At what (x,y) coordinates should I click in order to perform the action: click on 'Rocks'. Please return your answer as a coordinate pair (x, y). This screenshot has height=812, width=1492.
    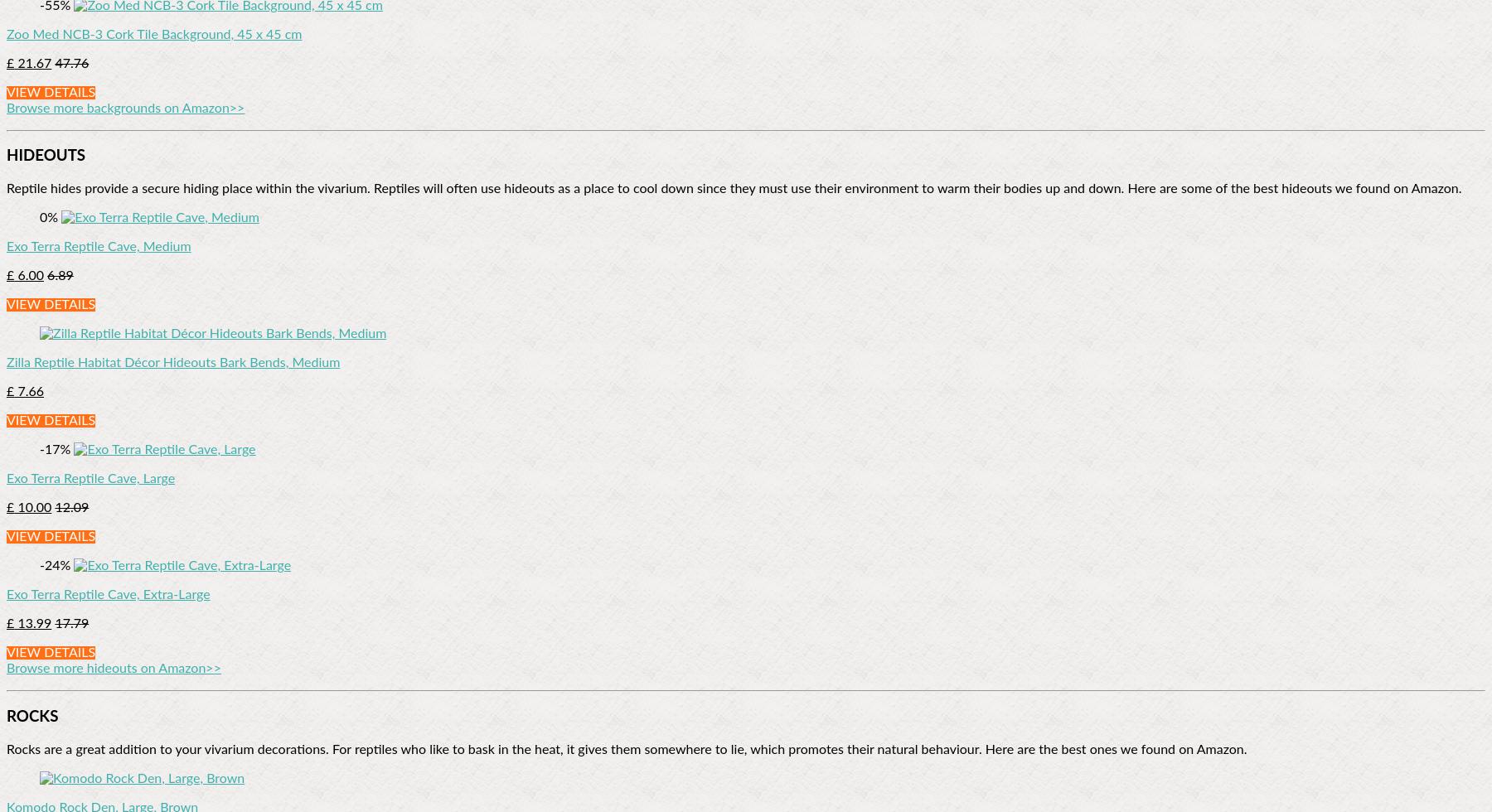
    Looking at the image, I should click on (31, 716).